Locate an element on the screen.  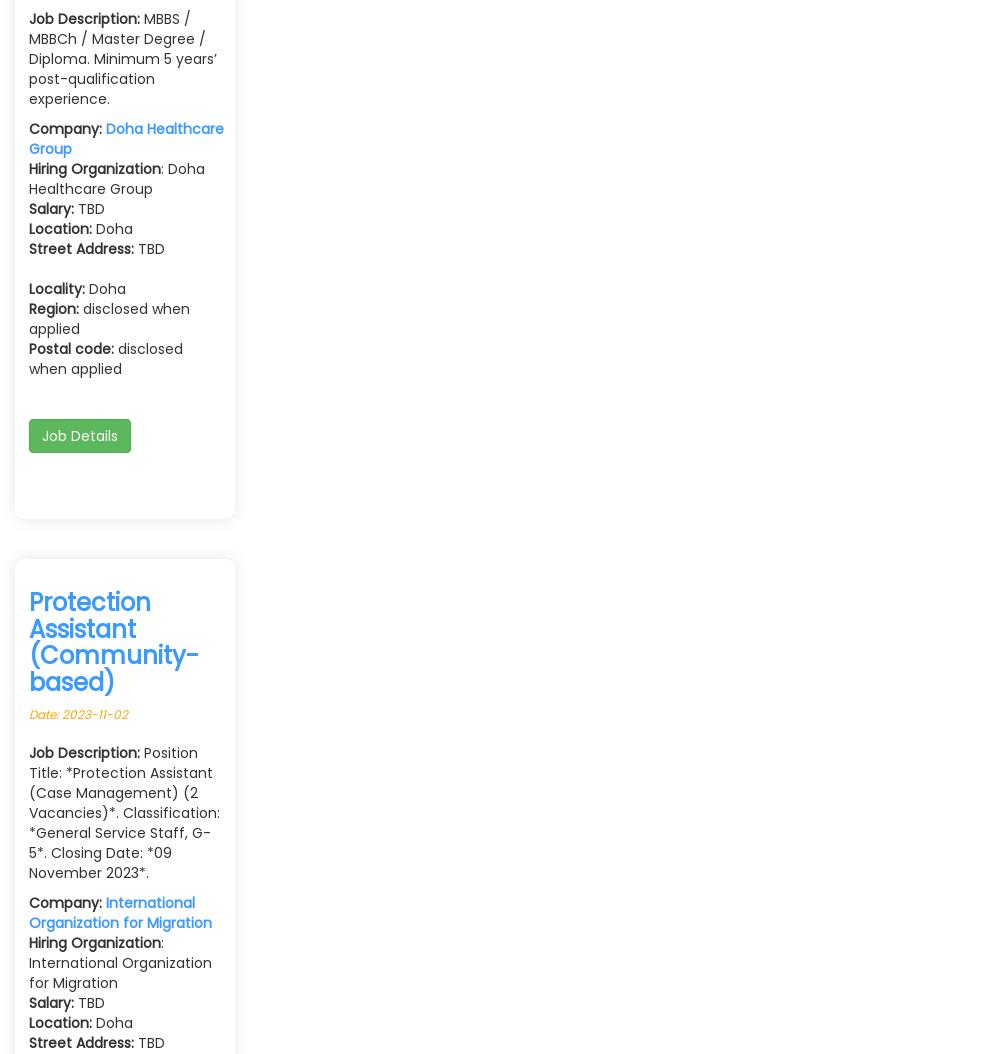
'Position Title: *Protection Assistant (Case Management) (2 Vacancies)*. Classification: *General Service Staff, G-5*. Closing Date: *09 November 2023*.' is located at coordinates (28, 811).